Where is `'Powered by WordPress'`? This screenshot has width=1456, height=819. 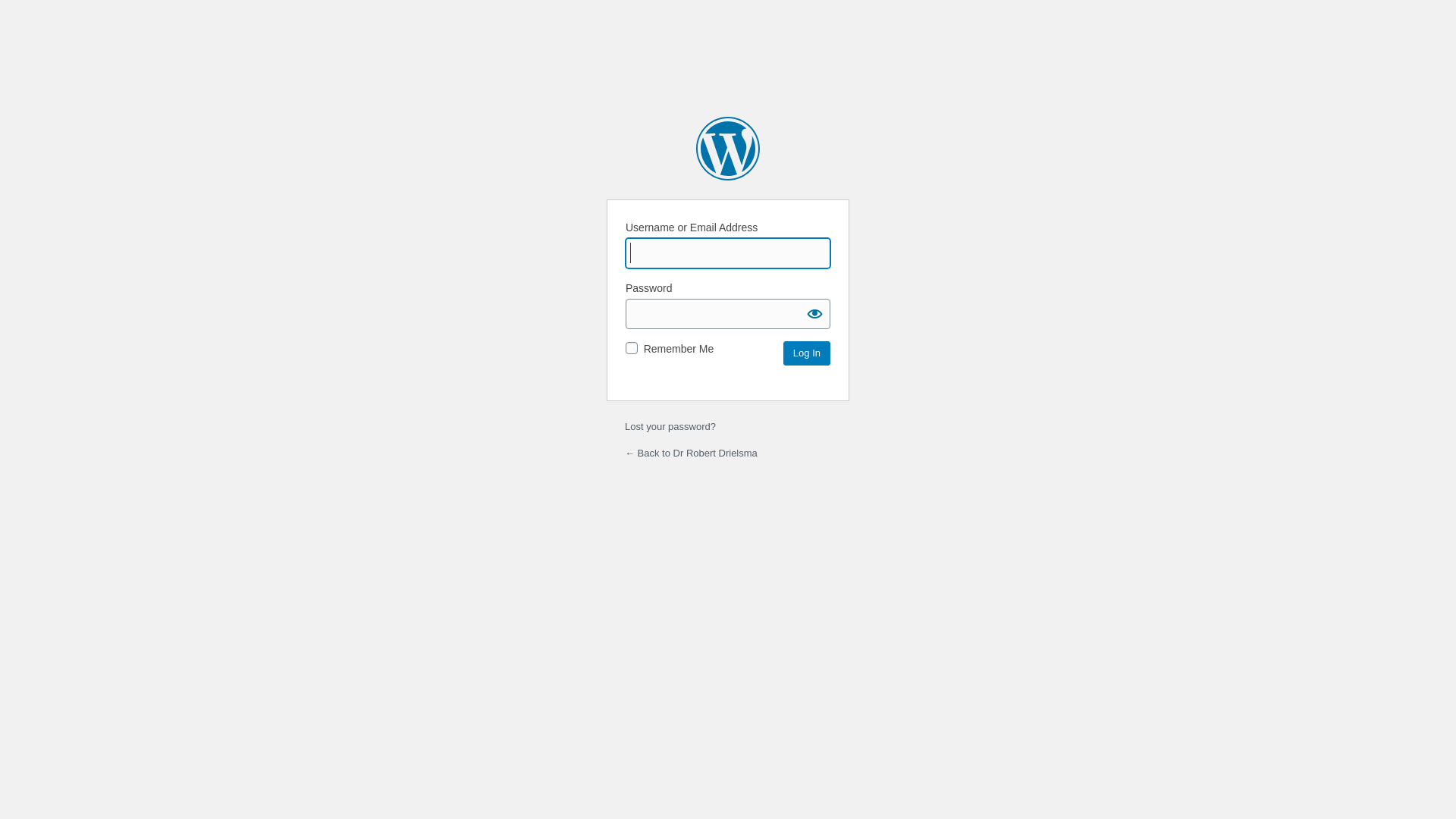 'Powered by WordPress' is located at coordinates (695, 149).